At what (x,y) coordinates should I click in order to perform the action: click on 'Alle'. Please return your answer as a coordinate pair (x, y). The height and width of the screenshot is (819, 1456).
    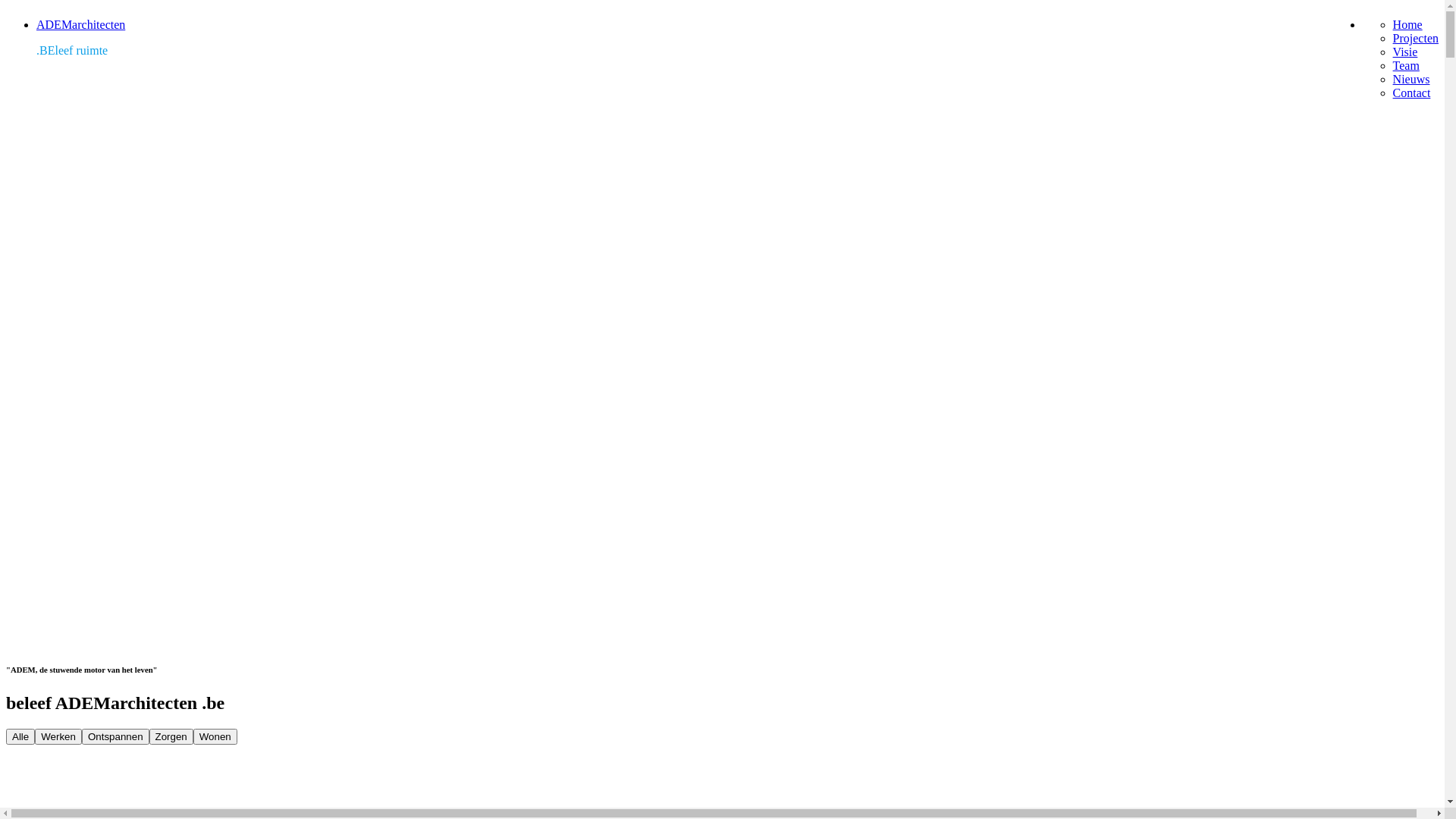
    Looking at the image, I should click on (20, 736).